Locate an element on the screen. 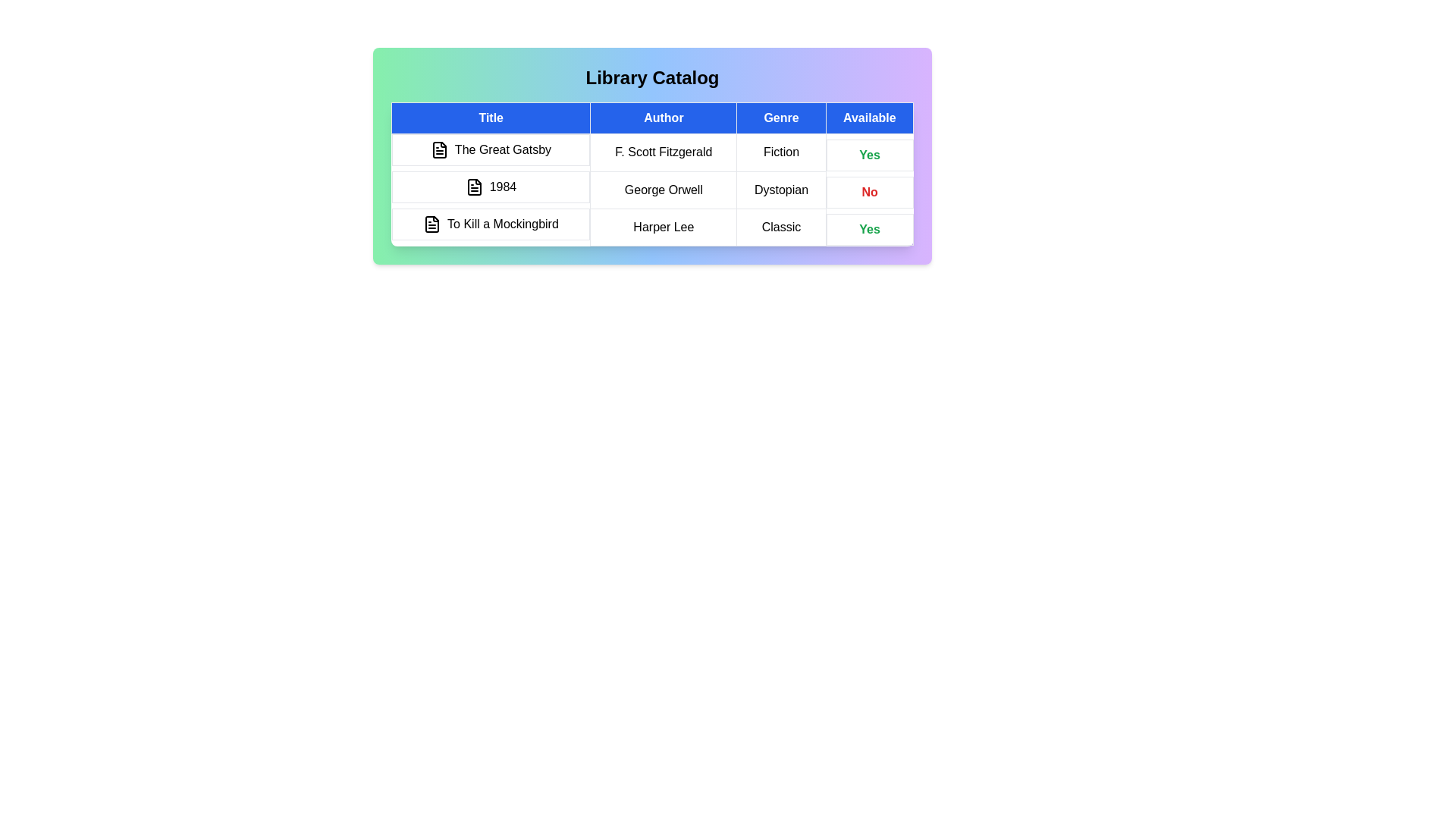 This screenshot has height=819, width=1456. the book title The Great Gatsby to interact with it is located at coordinates (491, 149).